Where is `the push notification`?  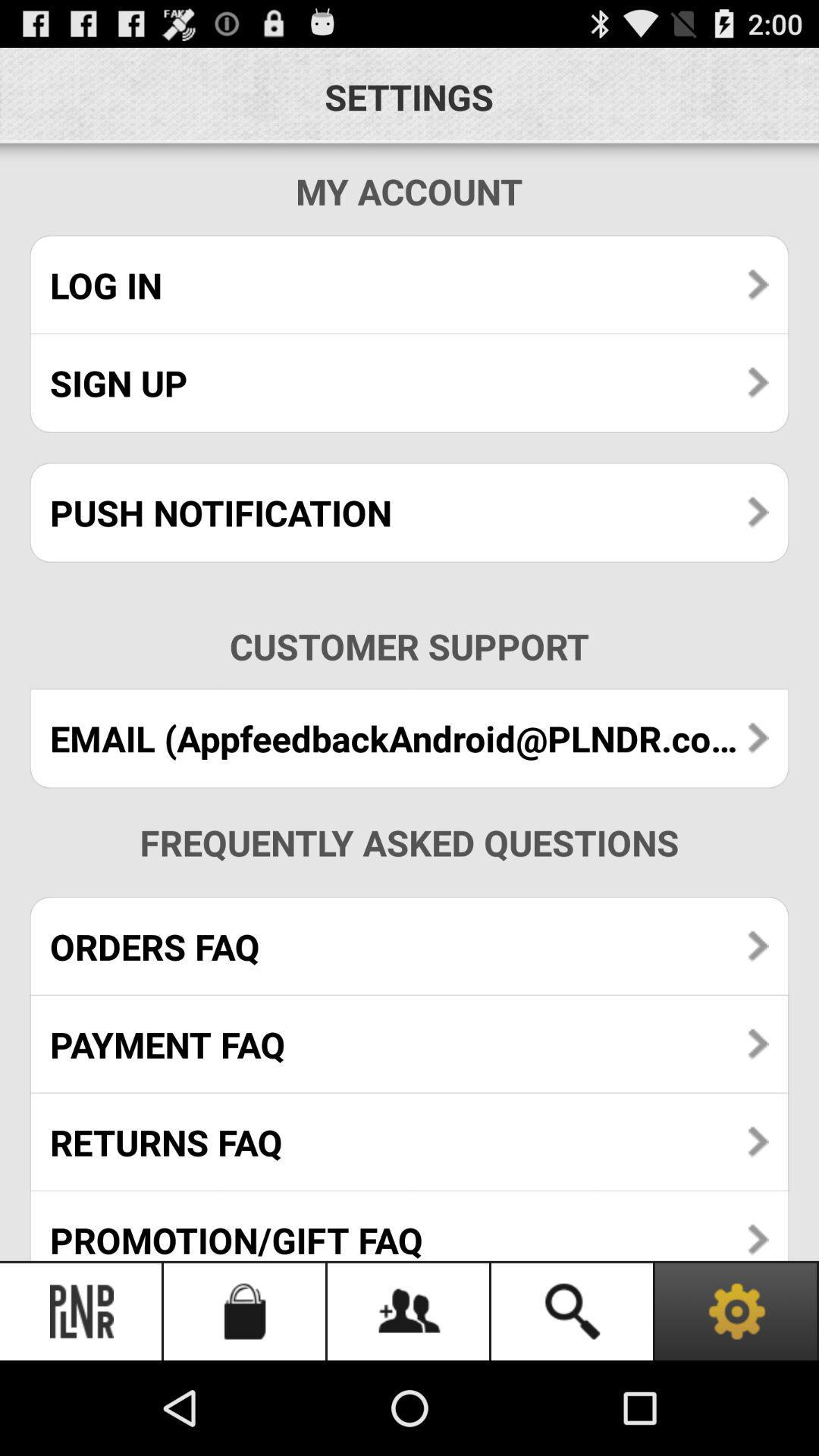 the push notification is located at coordinates (409, 513).